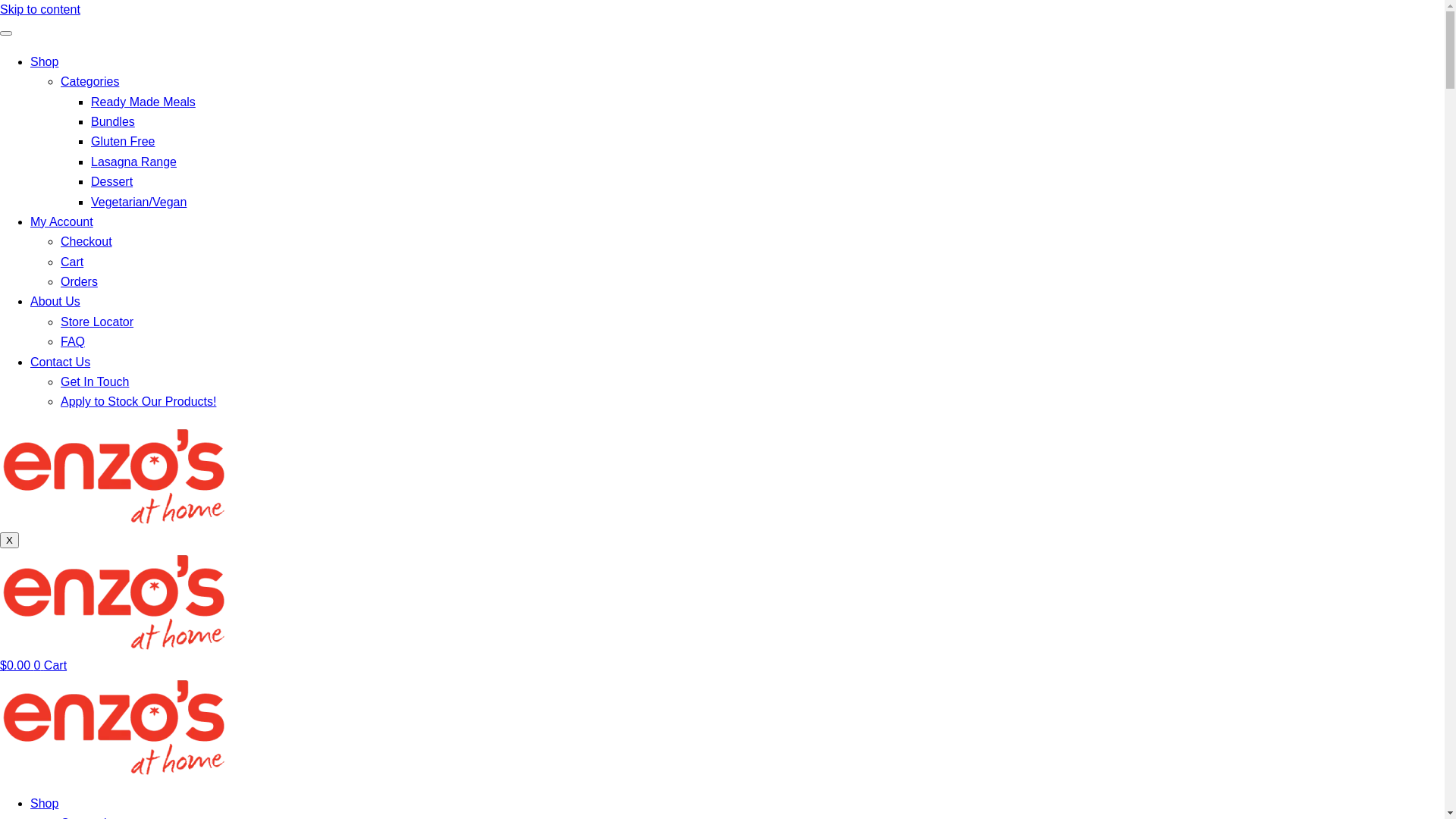 Image resolution: width=1456 pixels, height=819 pixels. Describe the element at coordinates (111, 180) in the screenshot. I see `'Dessert'` at that location.